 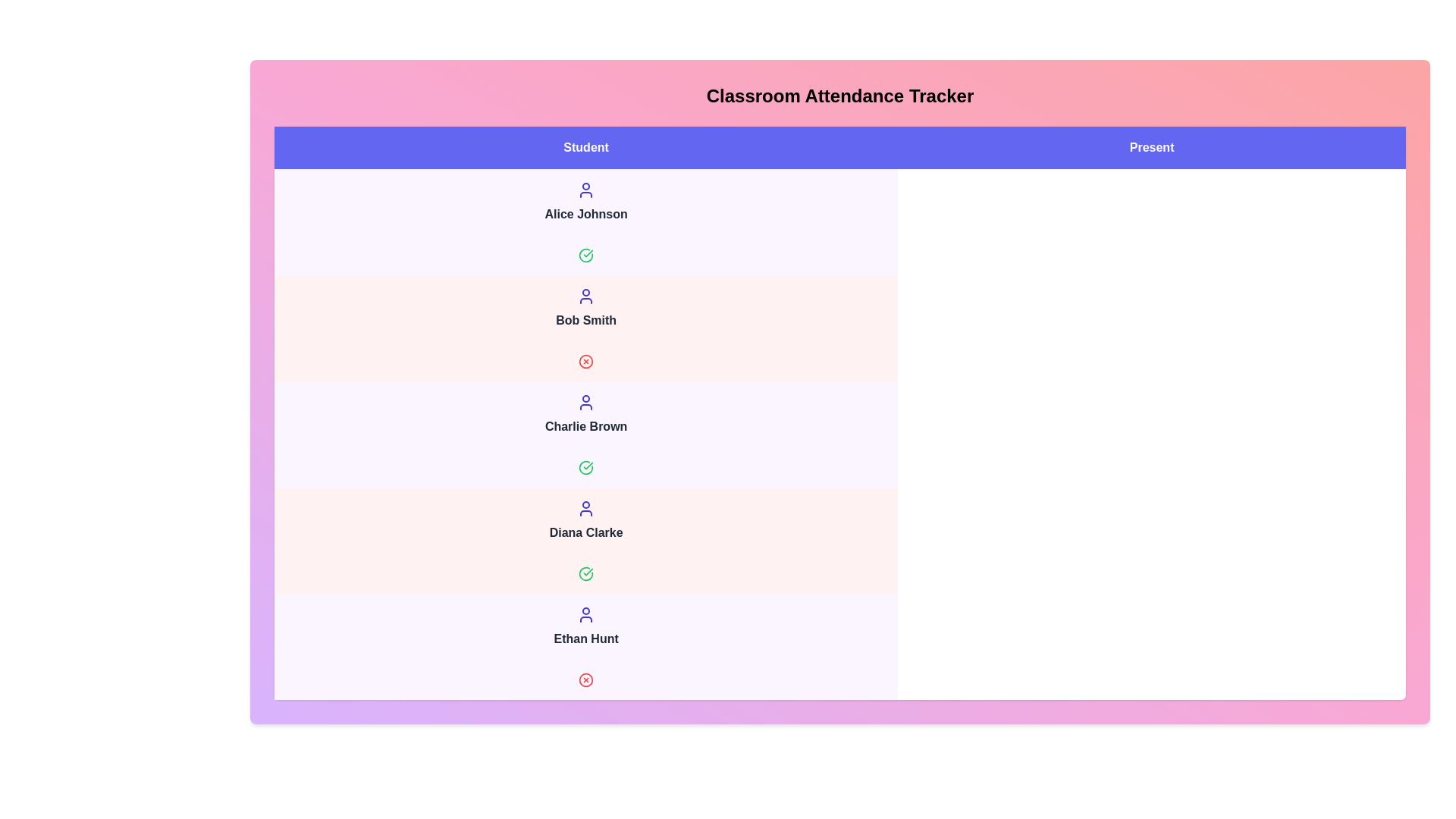 What do you see at coordinates (585, 573) in the screenshot?
I see `the attendance status icon for Diana Clarke to toggle their status` at bounding box center [585, 573].